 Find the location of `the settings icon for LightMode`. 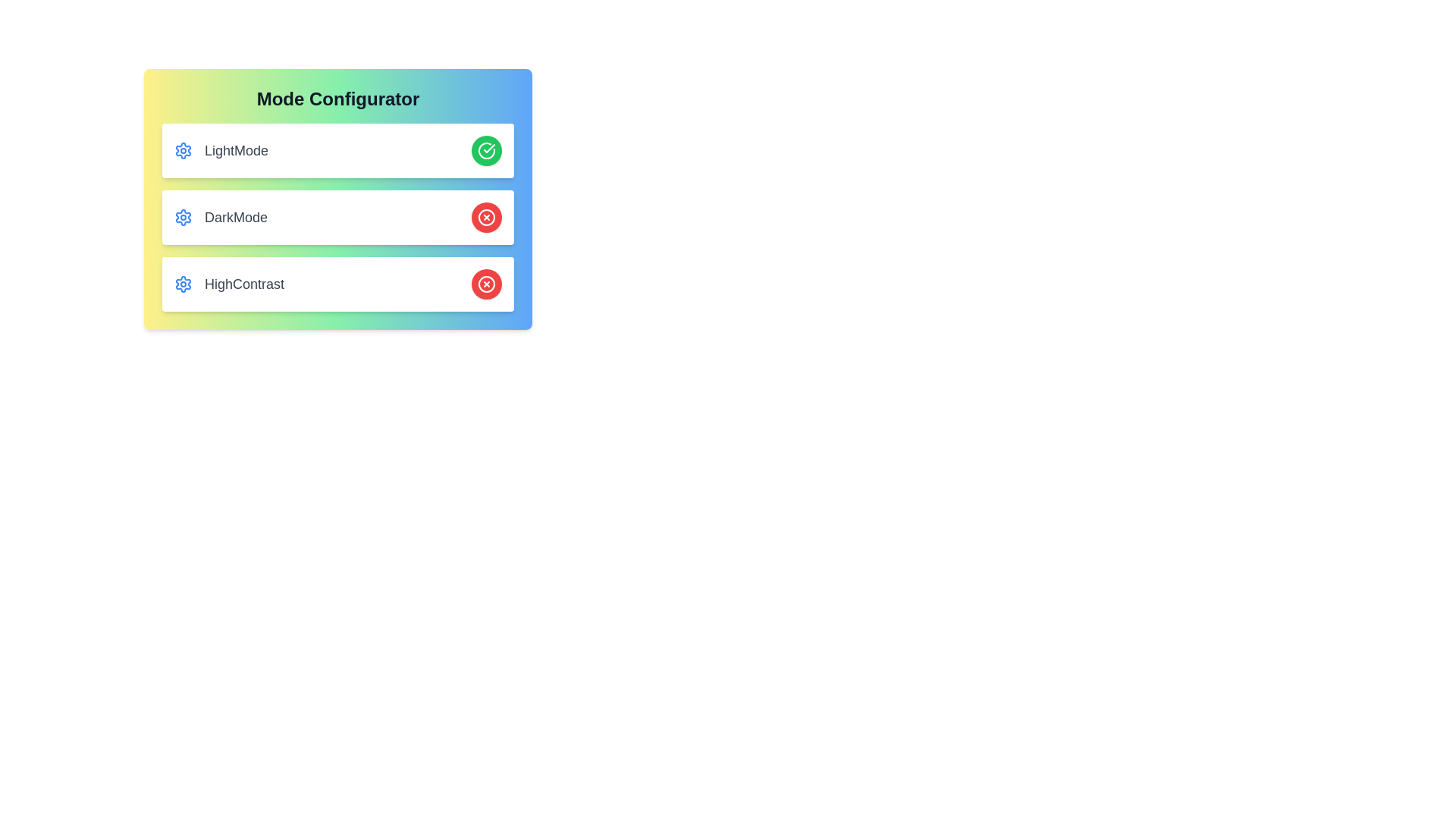

the settings icon for LightMode is located at coordinates (182, 151).